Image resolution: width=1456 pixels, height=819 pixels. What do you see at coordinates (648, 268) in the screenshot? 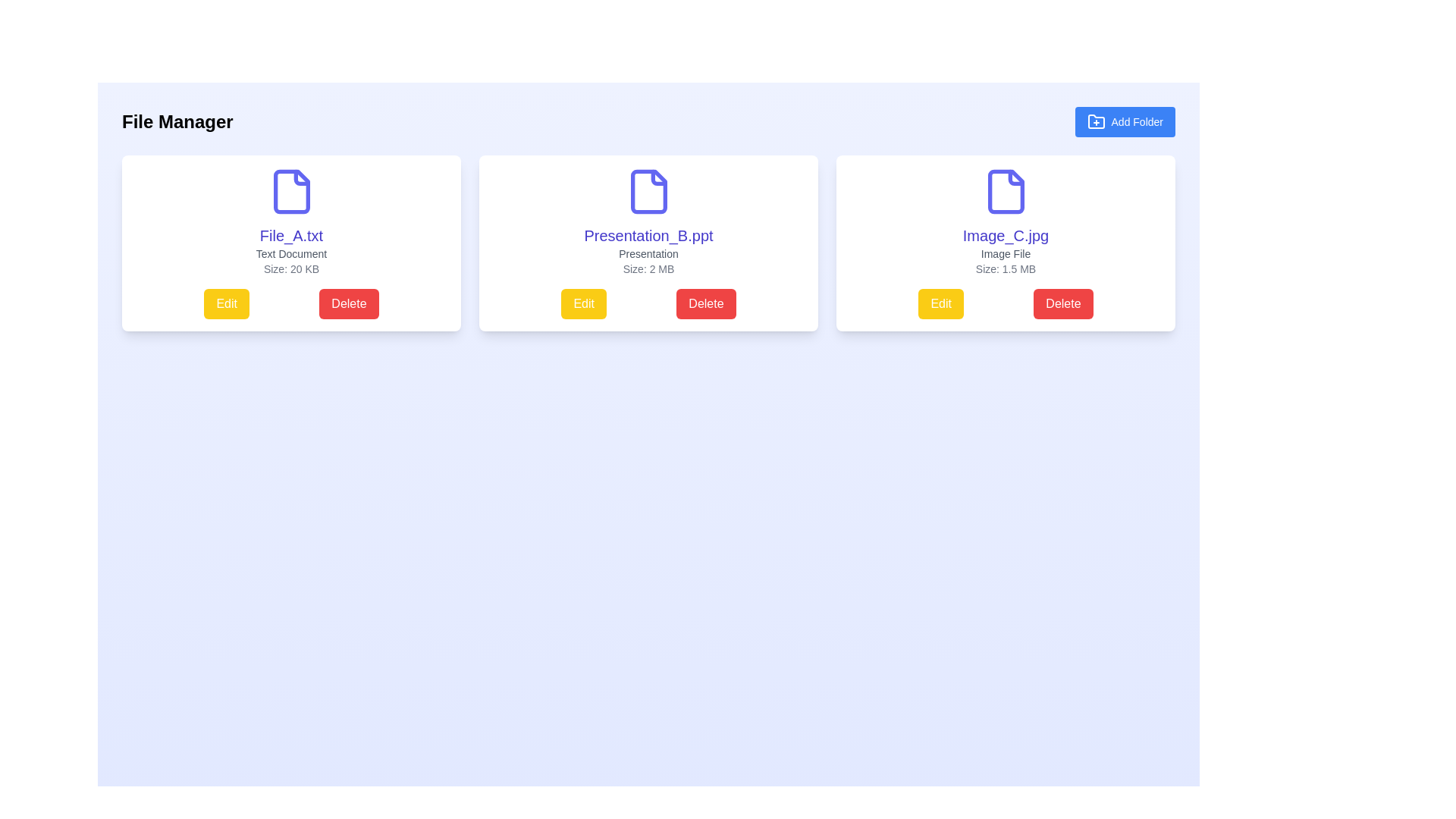
I see `the text label displaying 'Size: 2 MB', which is positioned below the 'Presentation' text in the second file card of the grid layout` at bounding box center [648, 268].